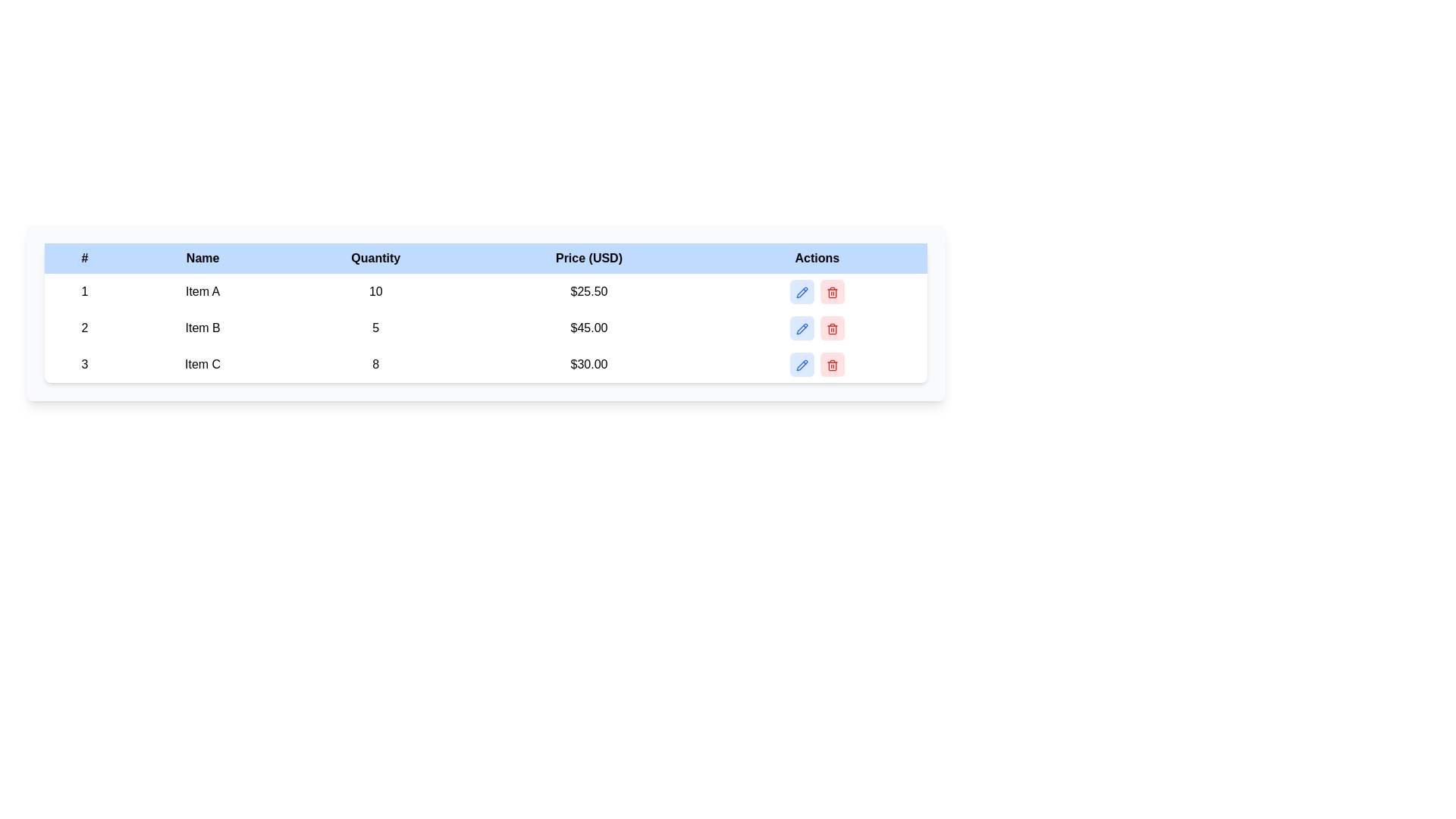 This screenshot has height=819, width=1456. I want to click on the text display that shows the price of 'Item B' in the 'Price (USD)' column of the table, so click(588, 327).